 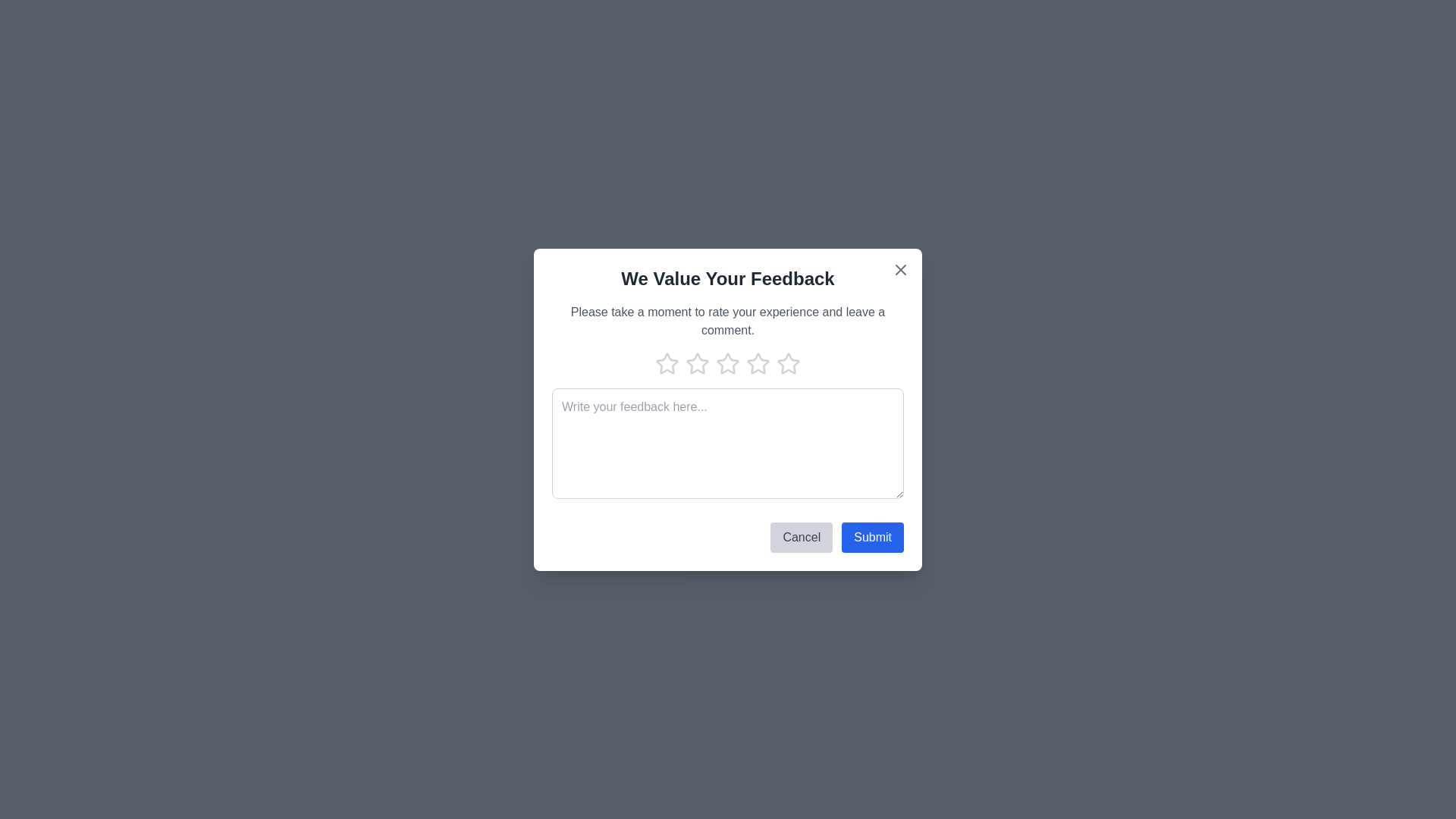 What do you see at coordinates (667, 362) in the screenshot?
I see `the first star icon in the rating system located in the middle of the feedback modal` at bounding box center [667, 362].